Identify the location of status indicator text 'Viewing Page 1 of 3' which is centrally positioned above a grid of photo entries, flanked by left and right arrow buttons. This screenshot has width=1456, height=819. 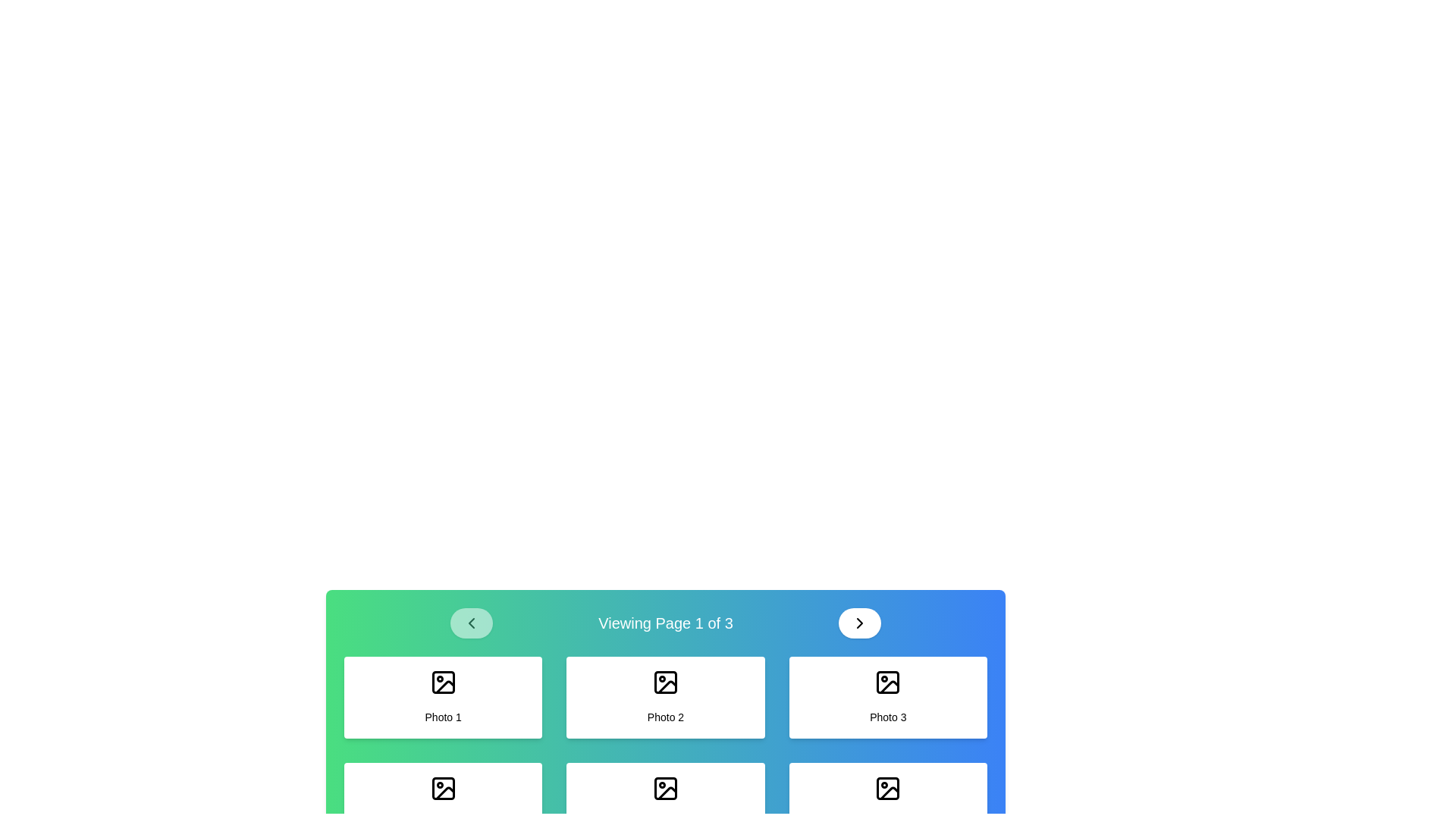
(666, 623).